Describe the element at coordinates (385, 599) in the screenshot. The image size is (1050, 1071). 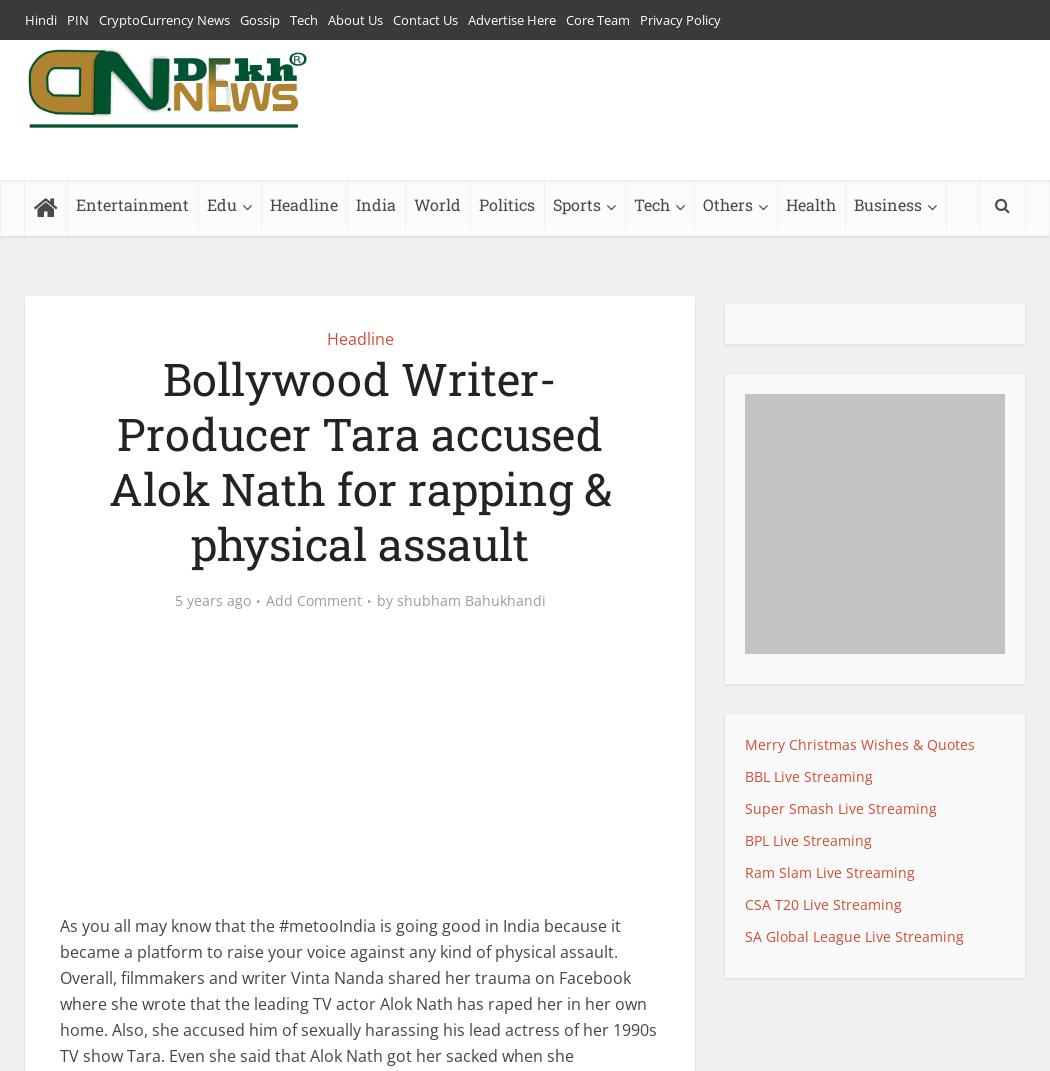
I see `'by'` at that location.